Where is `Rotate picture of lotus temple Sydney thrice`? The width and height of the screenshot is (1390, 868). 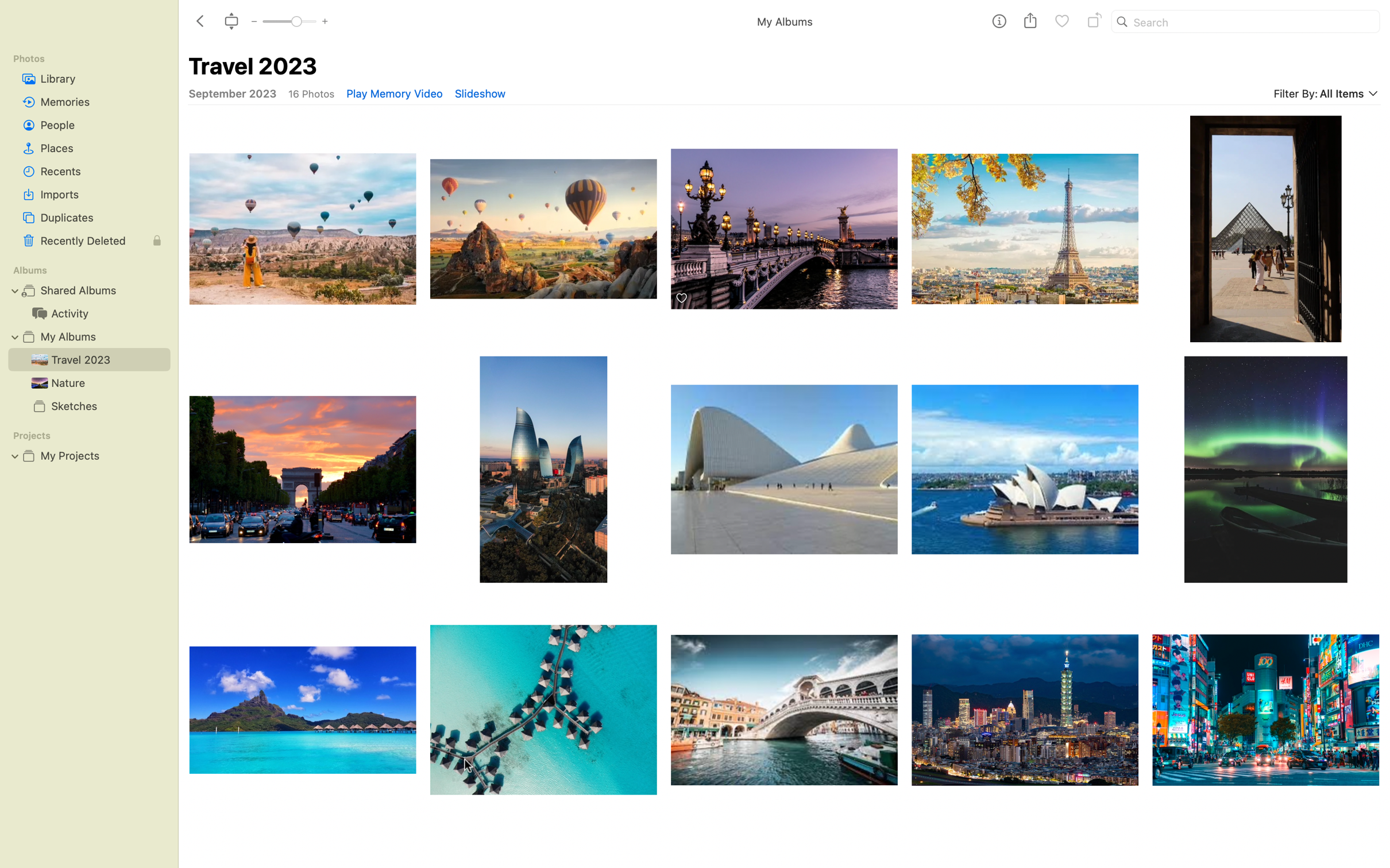 Rotate picture of lotus temple Sydney thrice is located at coordinates (1025, 468).